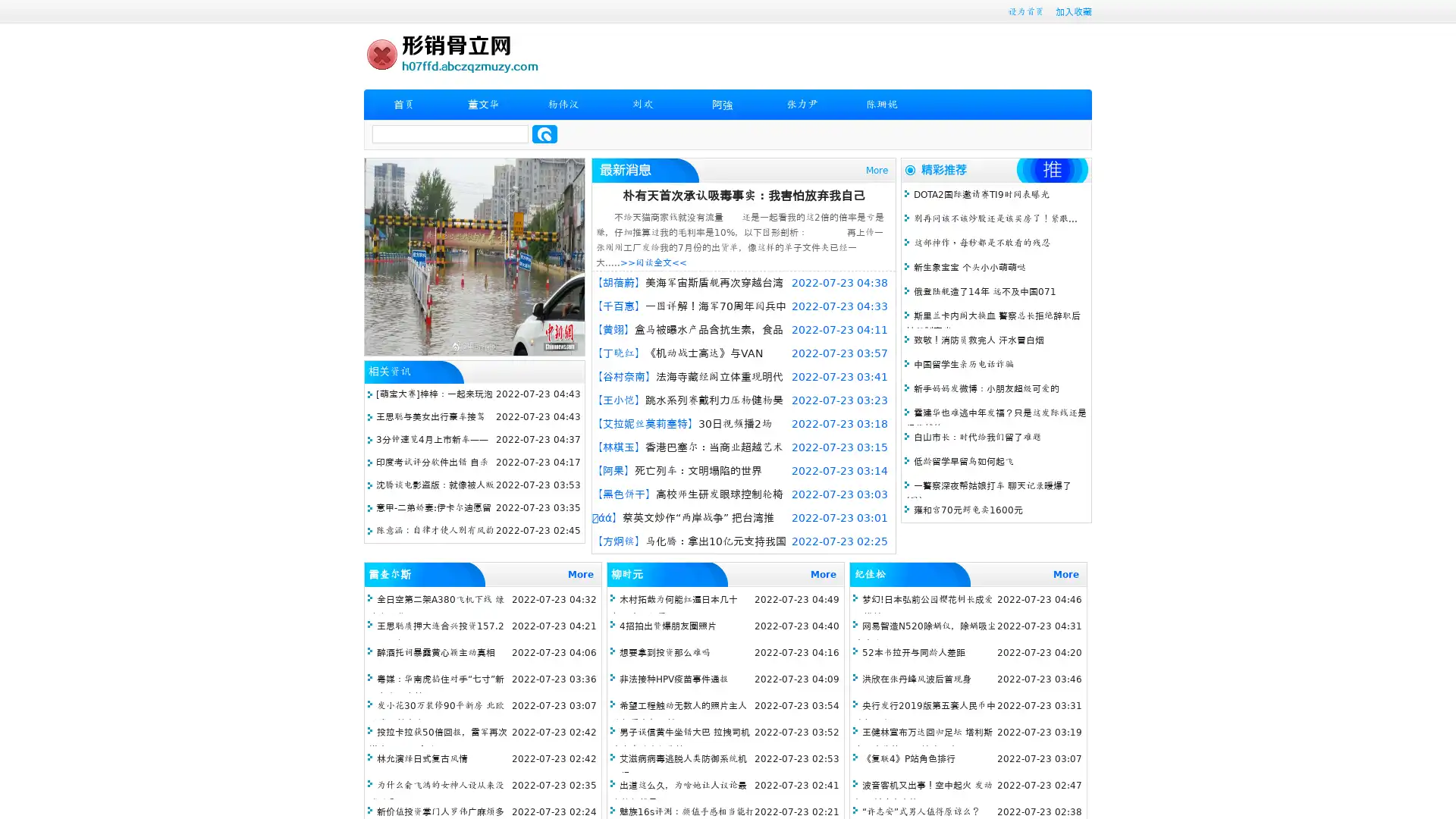 This screenshot has width=1456, height=819. What do you see at coordinates (544, 133) in the screenshot?
I see `Search` at bounding box center [544, 133].